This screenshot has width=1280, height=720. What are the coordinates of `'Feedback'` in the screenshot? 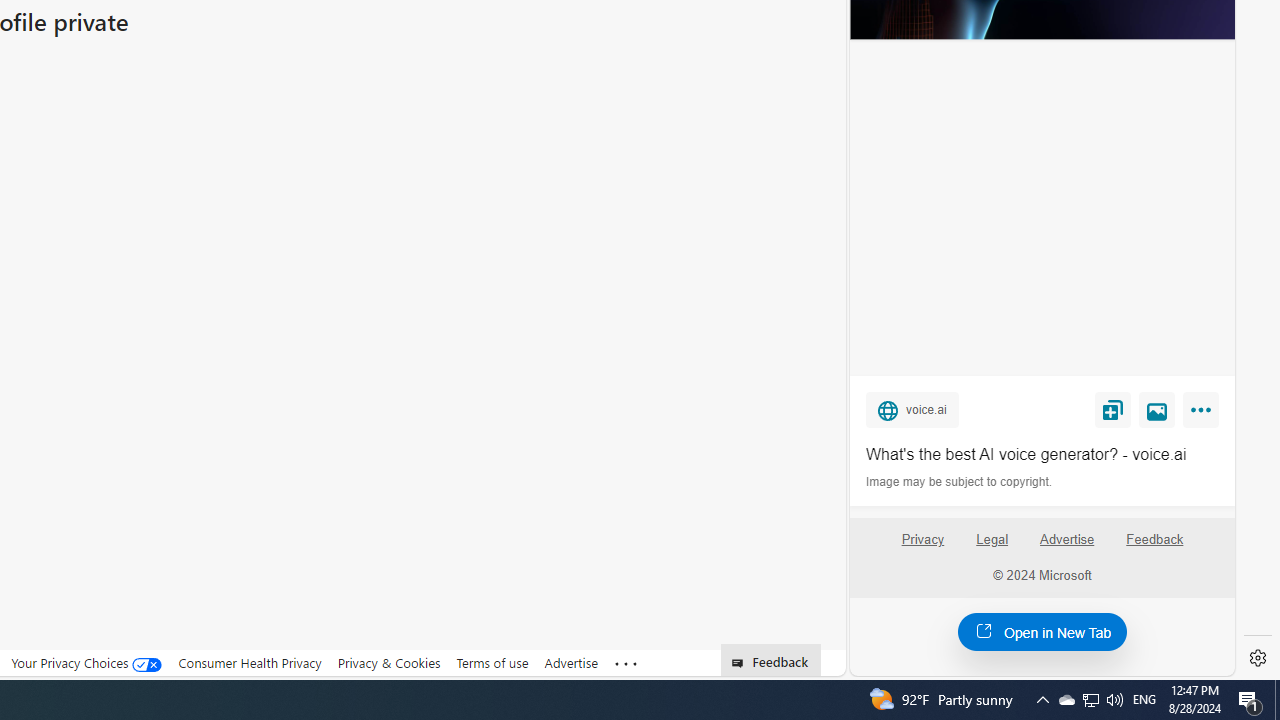 It's located at (1155, 538).